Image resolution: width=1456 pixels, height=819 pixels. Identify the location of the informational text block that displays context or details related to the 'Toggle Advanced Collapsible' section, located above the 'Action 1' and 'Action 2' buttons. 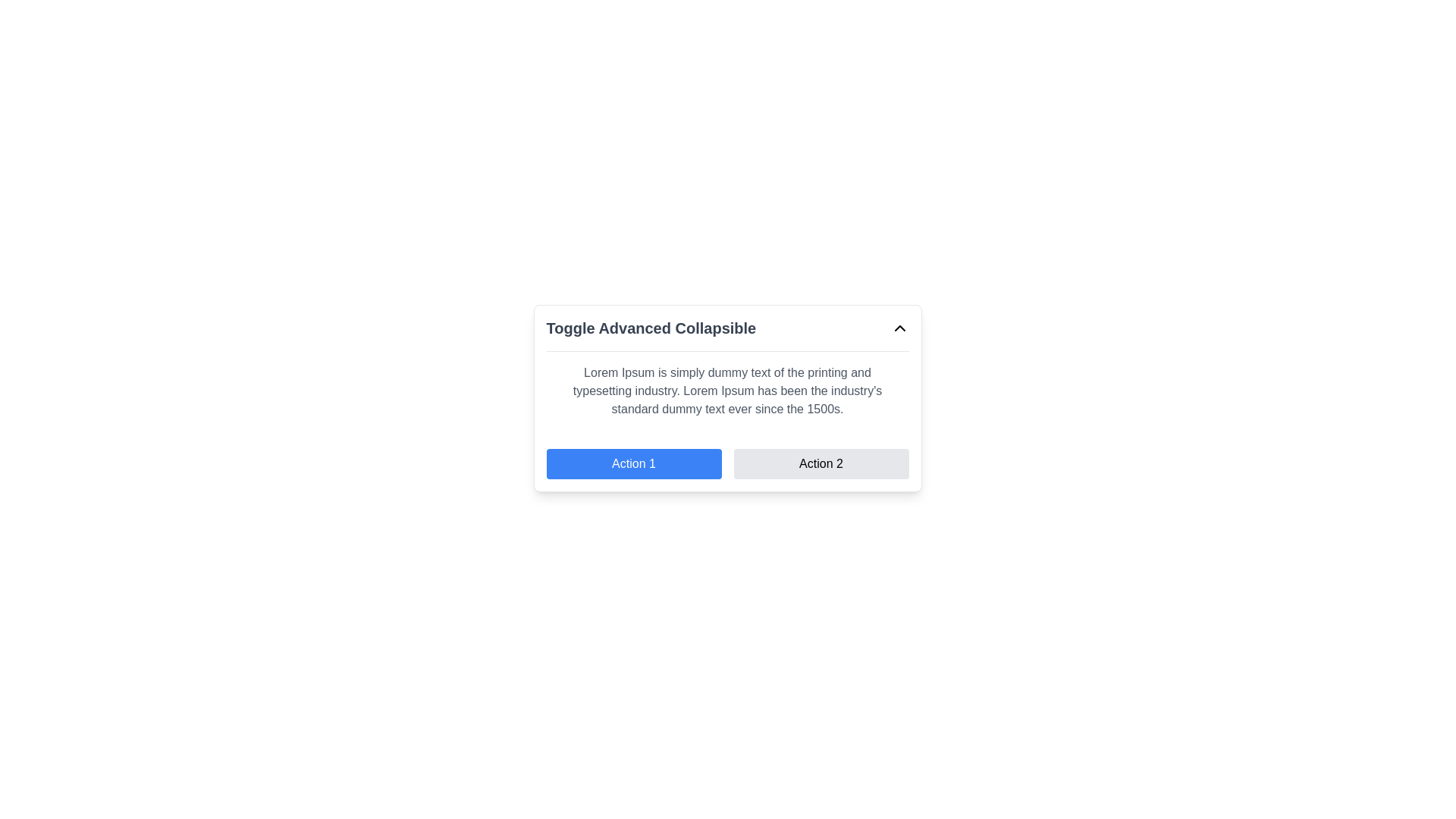
(726, 391).